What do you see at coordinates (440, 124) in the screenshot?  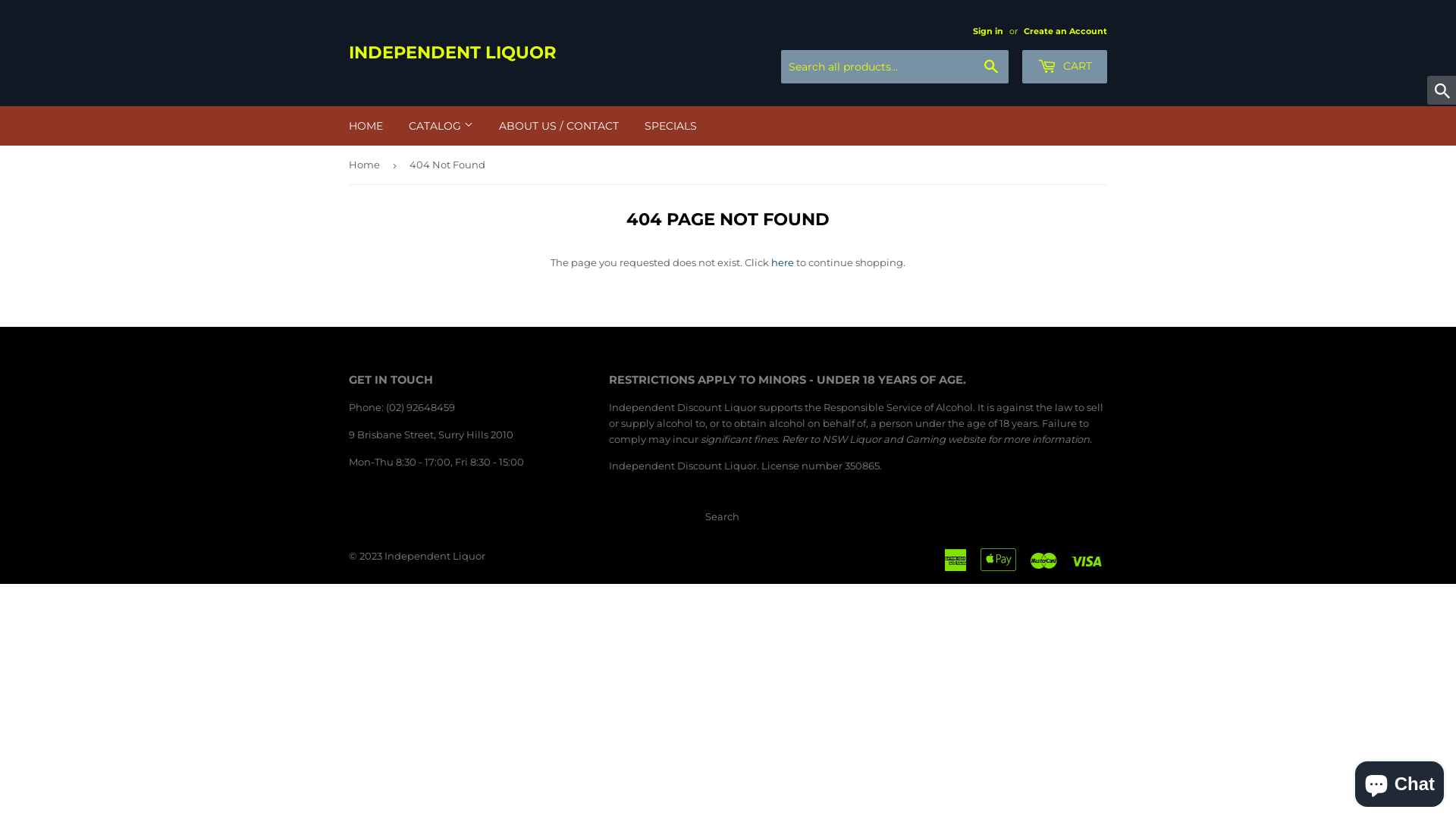 I see `'CATALOG'` at bounding box center [440, 124].